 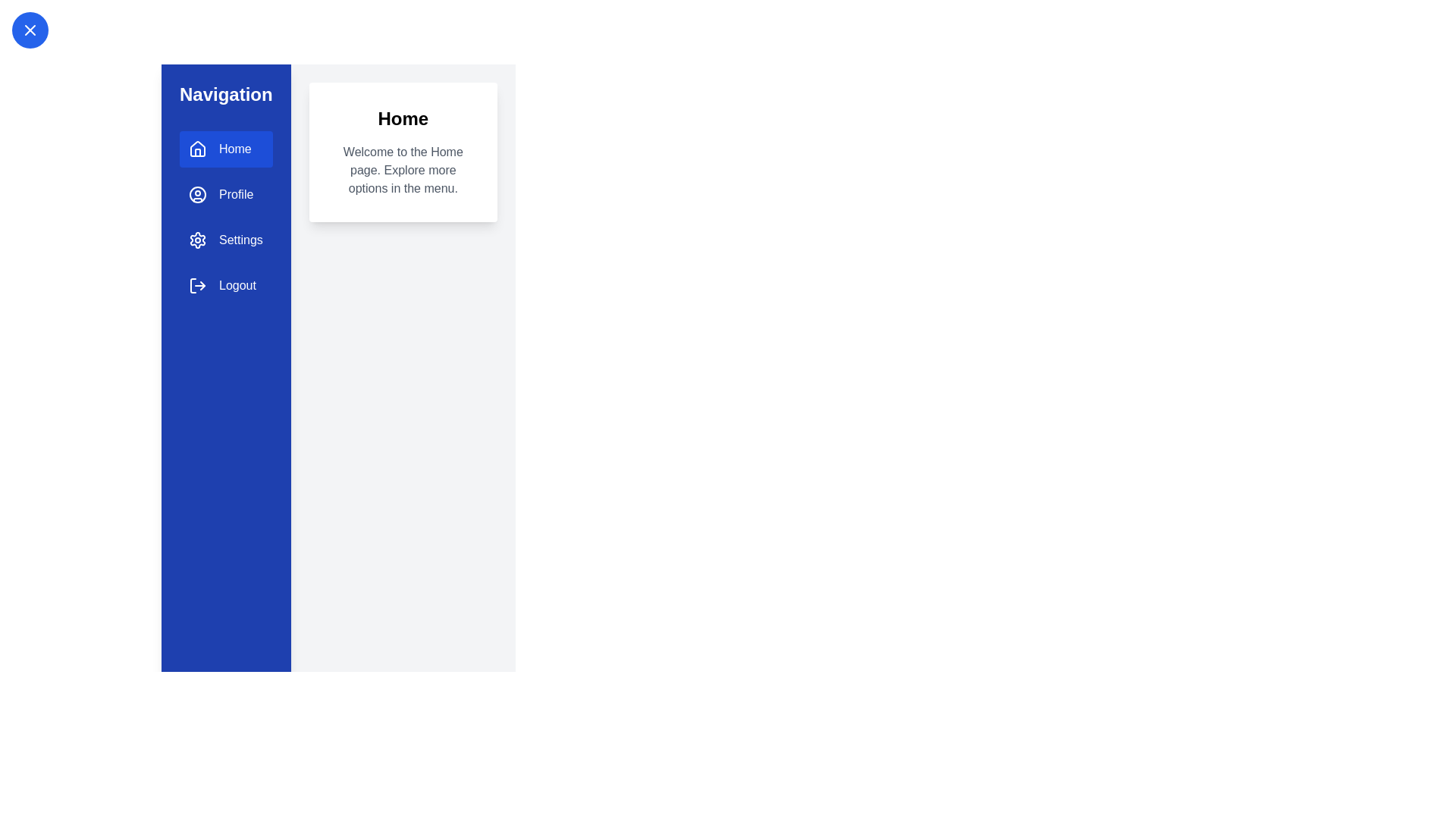 I want to click on toggle button at the top-left corner to toggle the drawer open or closed, so click(x=30, y=30).